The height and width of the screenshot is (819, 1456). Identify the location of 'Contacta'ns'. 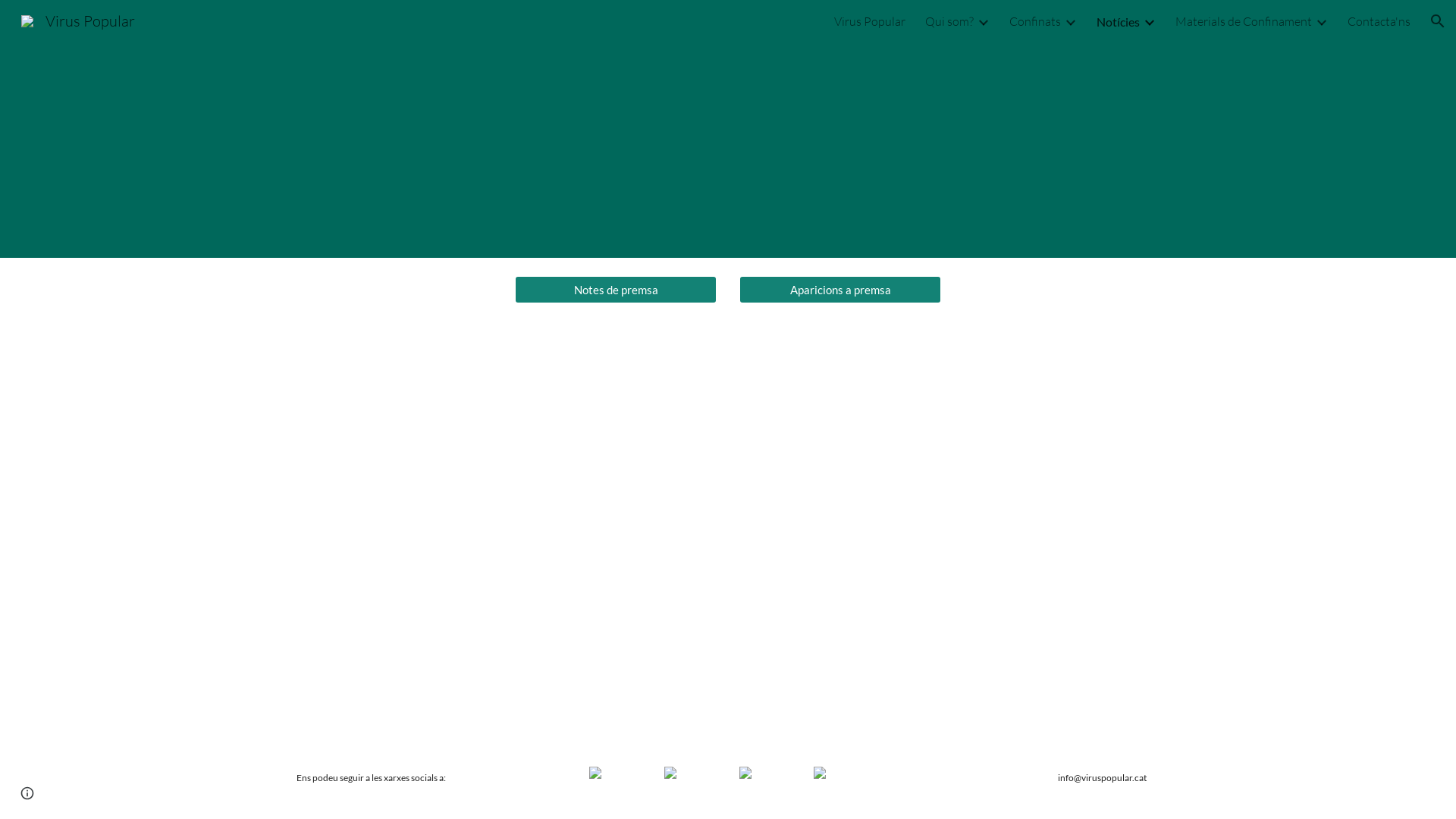
(1379, 20).